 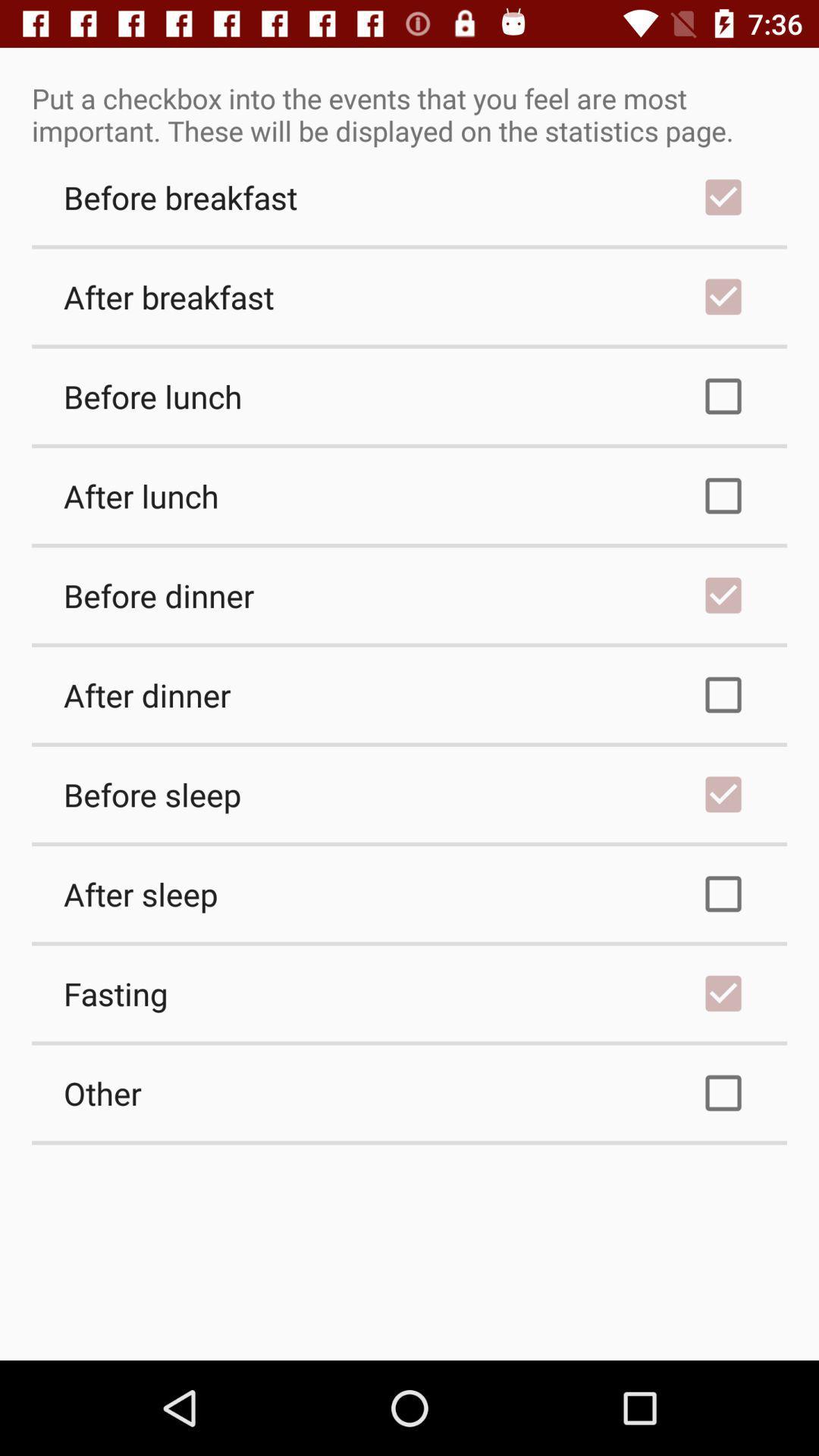 What do you see at coordinates (409, 694) in the screenshot?
I see `the icon below the before dinner` at bounding box center [409, 694].